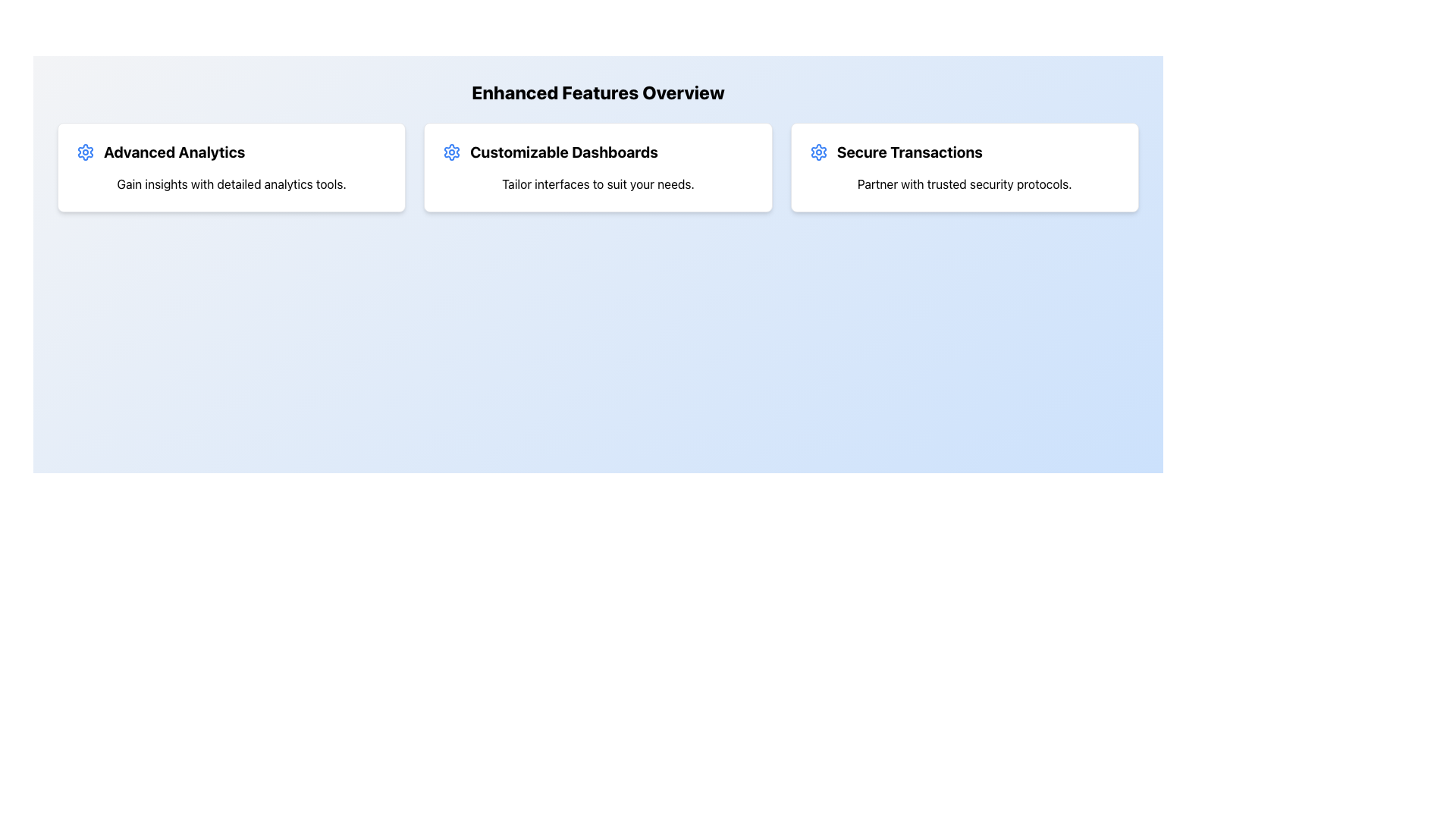  What do you see at coordinates (85, 152) in the screenshot?
I see `the blue gear-shaped icon located to the left of the text 'Advanced Analytics'` at bounding box center [85, 152].